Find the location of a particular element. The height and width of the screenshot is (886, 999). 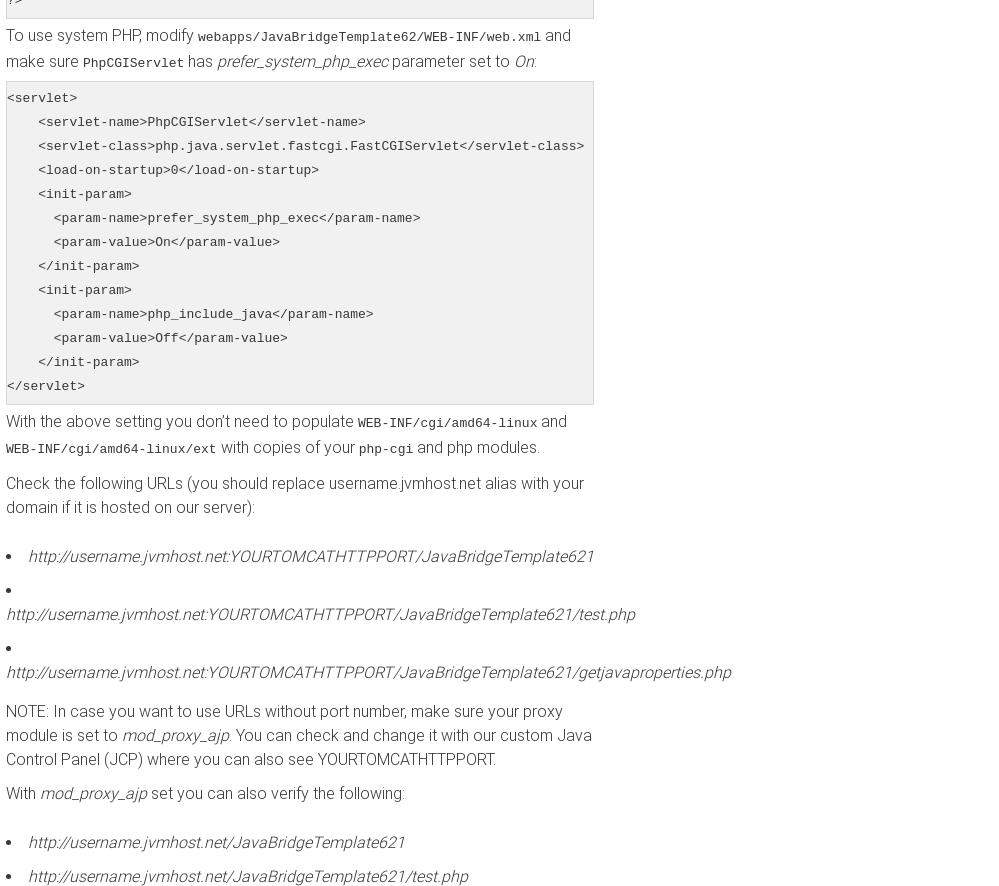

'has' is located at coordinates (183, 60).